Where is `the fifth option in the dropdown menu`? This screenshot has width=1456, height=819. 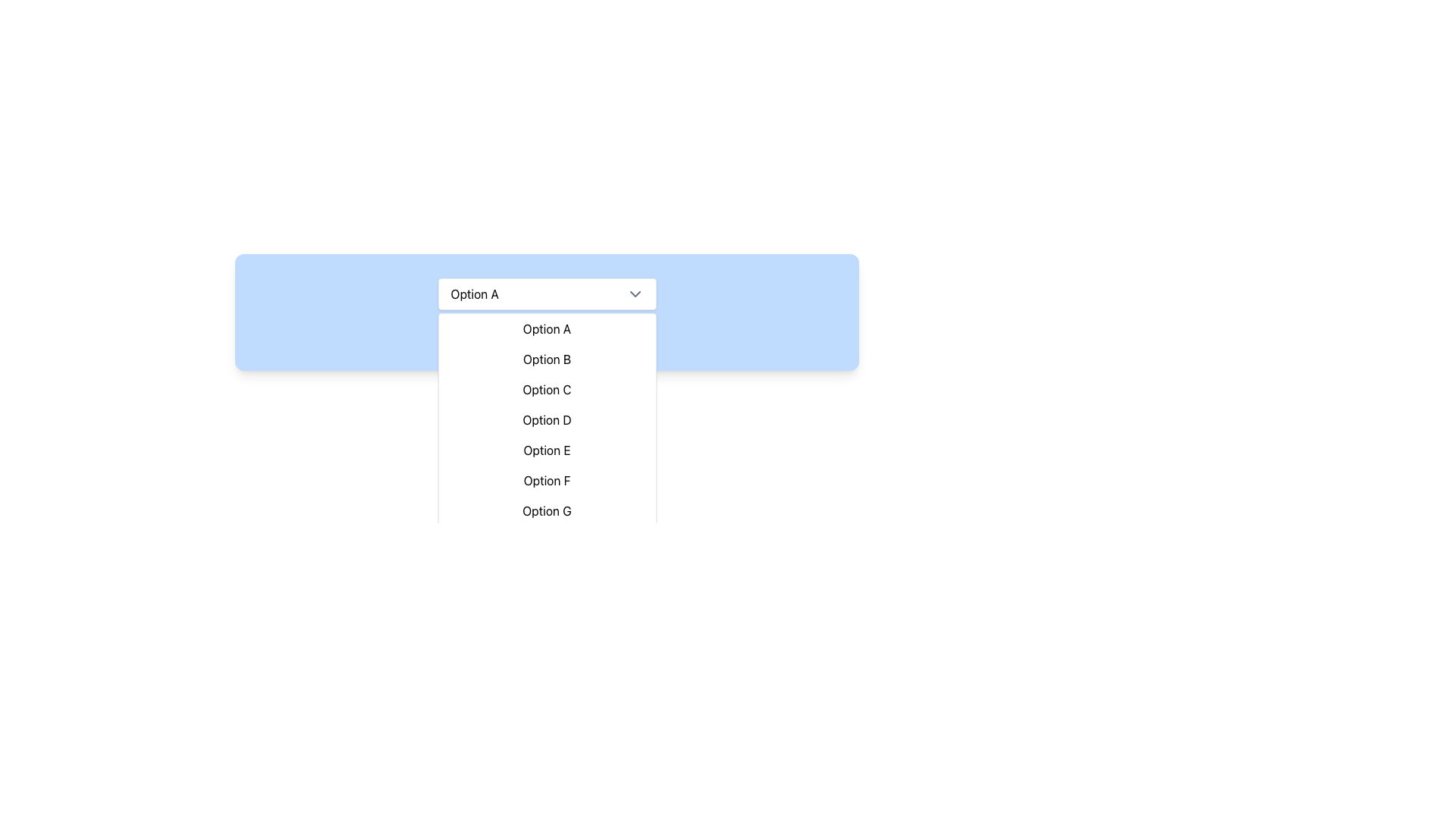 the fifth option in the dropdown menu is located at coordinates (546, 450).